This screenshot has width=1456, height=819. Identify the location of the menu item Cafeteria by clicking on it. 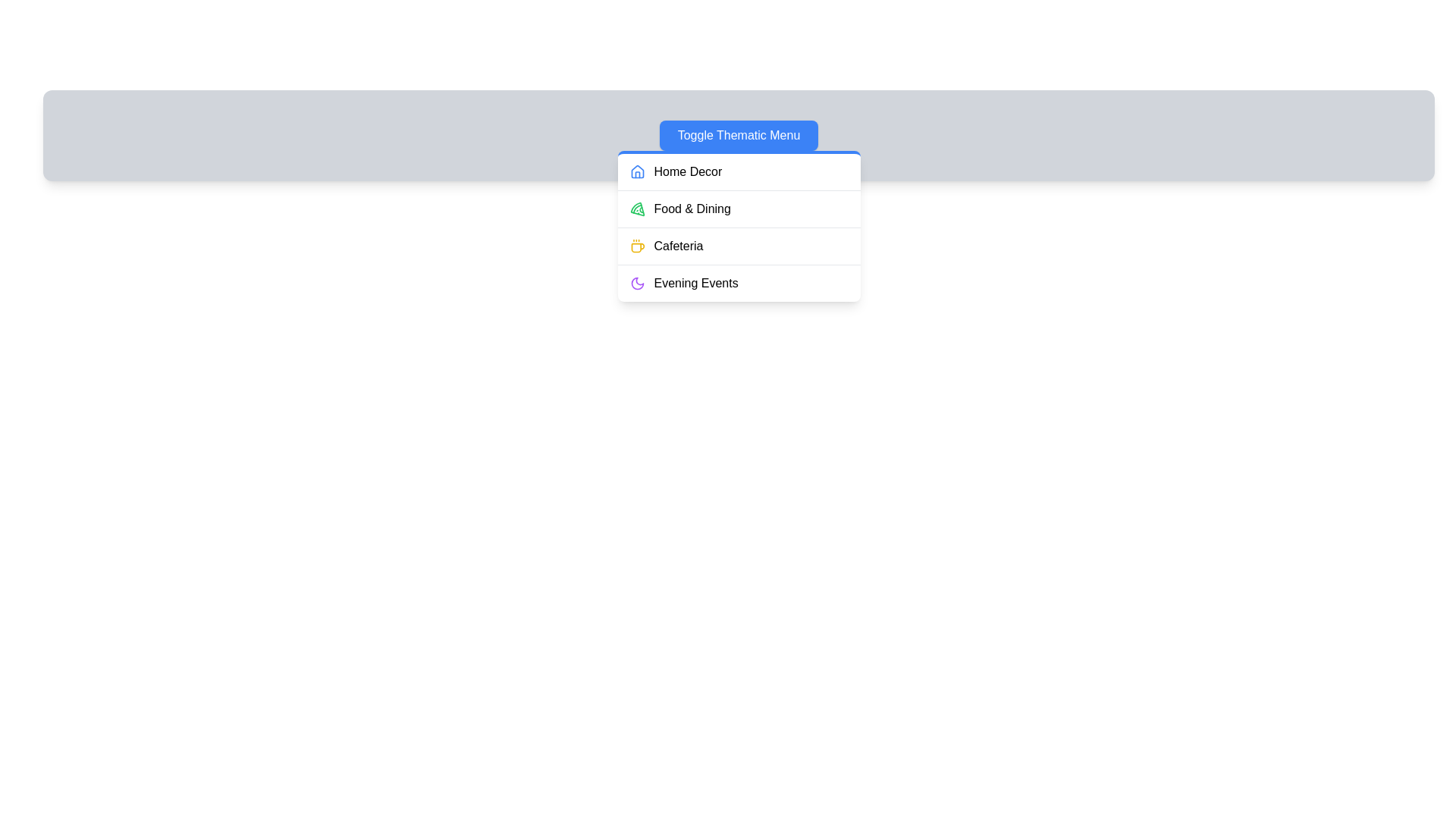
(739, 245).